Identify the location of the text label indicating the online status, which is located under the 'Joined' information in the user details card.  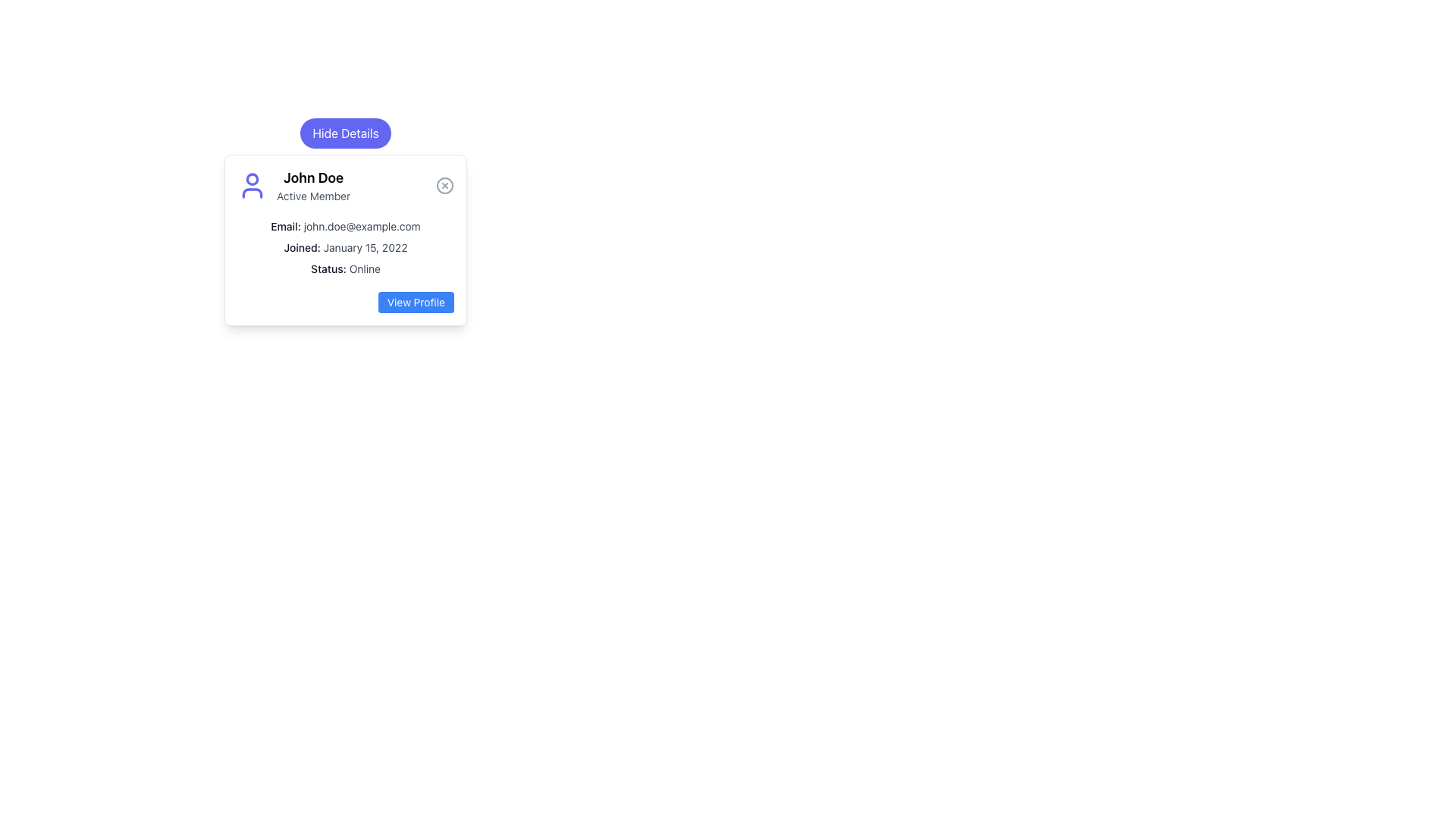
(328, 268).